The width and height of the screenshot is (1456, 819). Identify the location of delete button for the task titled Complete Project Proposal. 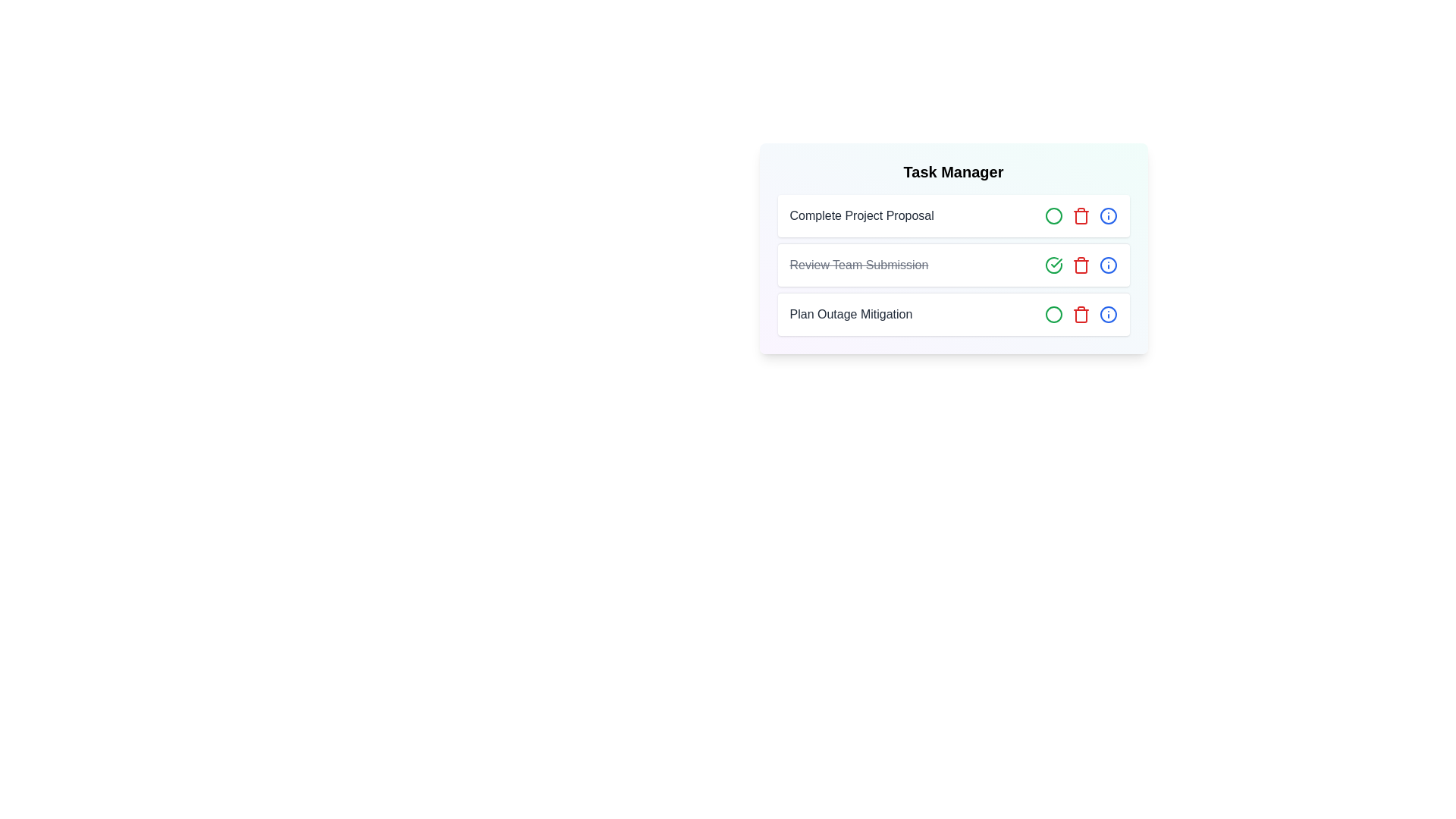
(1080, 216).